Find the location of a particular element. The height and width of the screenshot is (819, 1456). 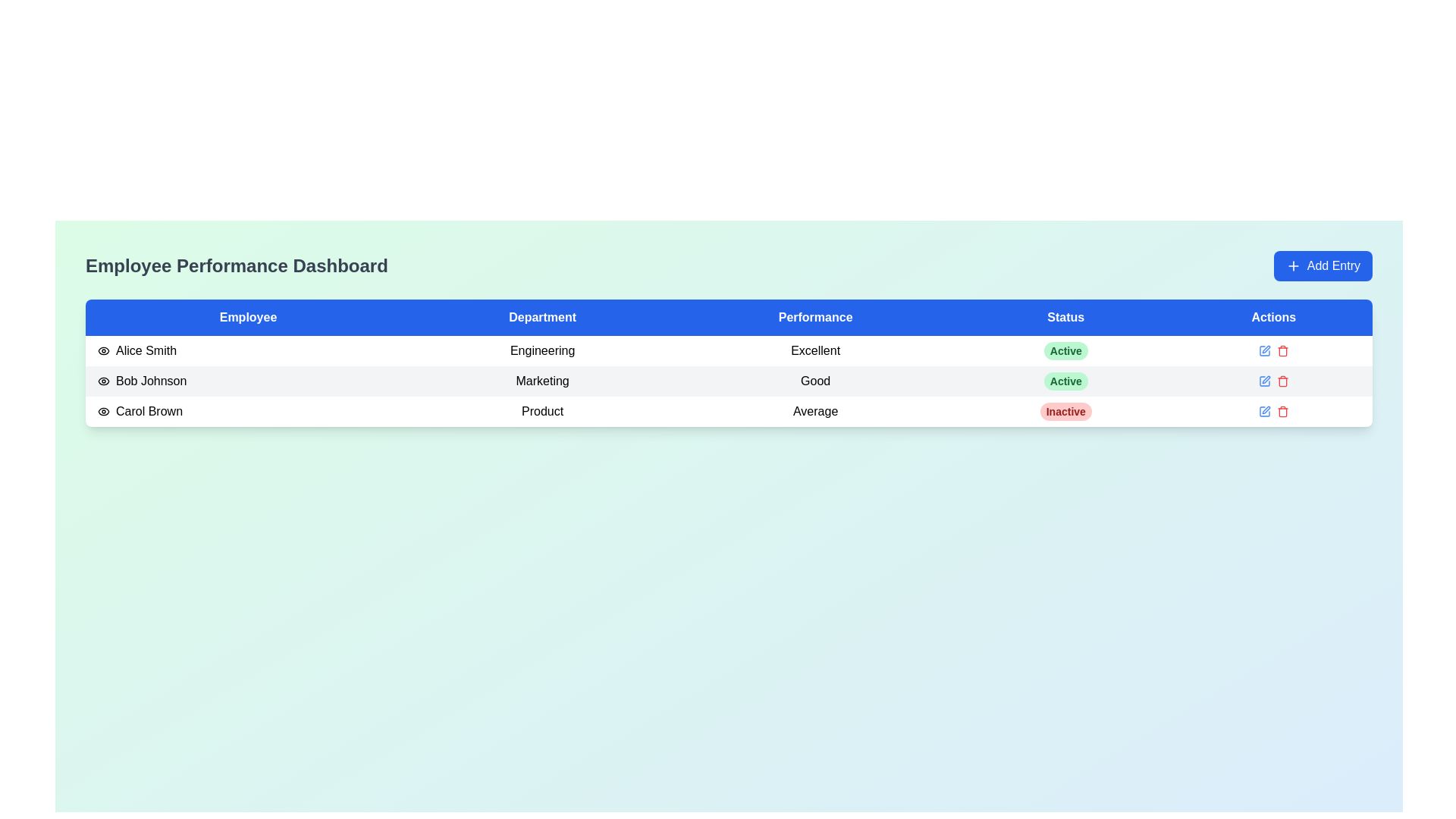

the edit button in the 'Actions' column for the 'Bob Johnson' row to observe a color change is located at coordinates (1264, 380).